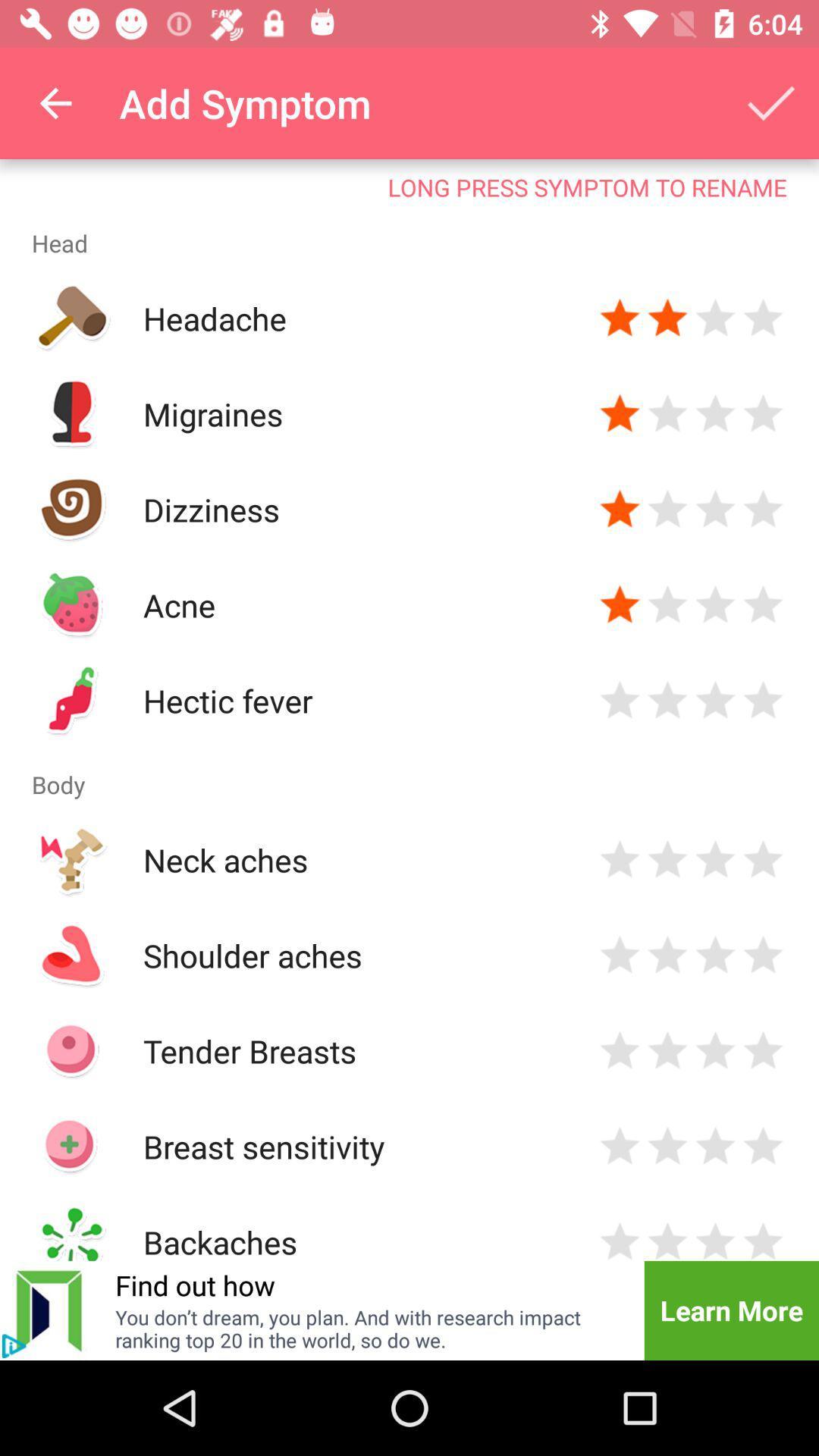  I want to click on rating option, so click(620, 700).